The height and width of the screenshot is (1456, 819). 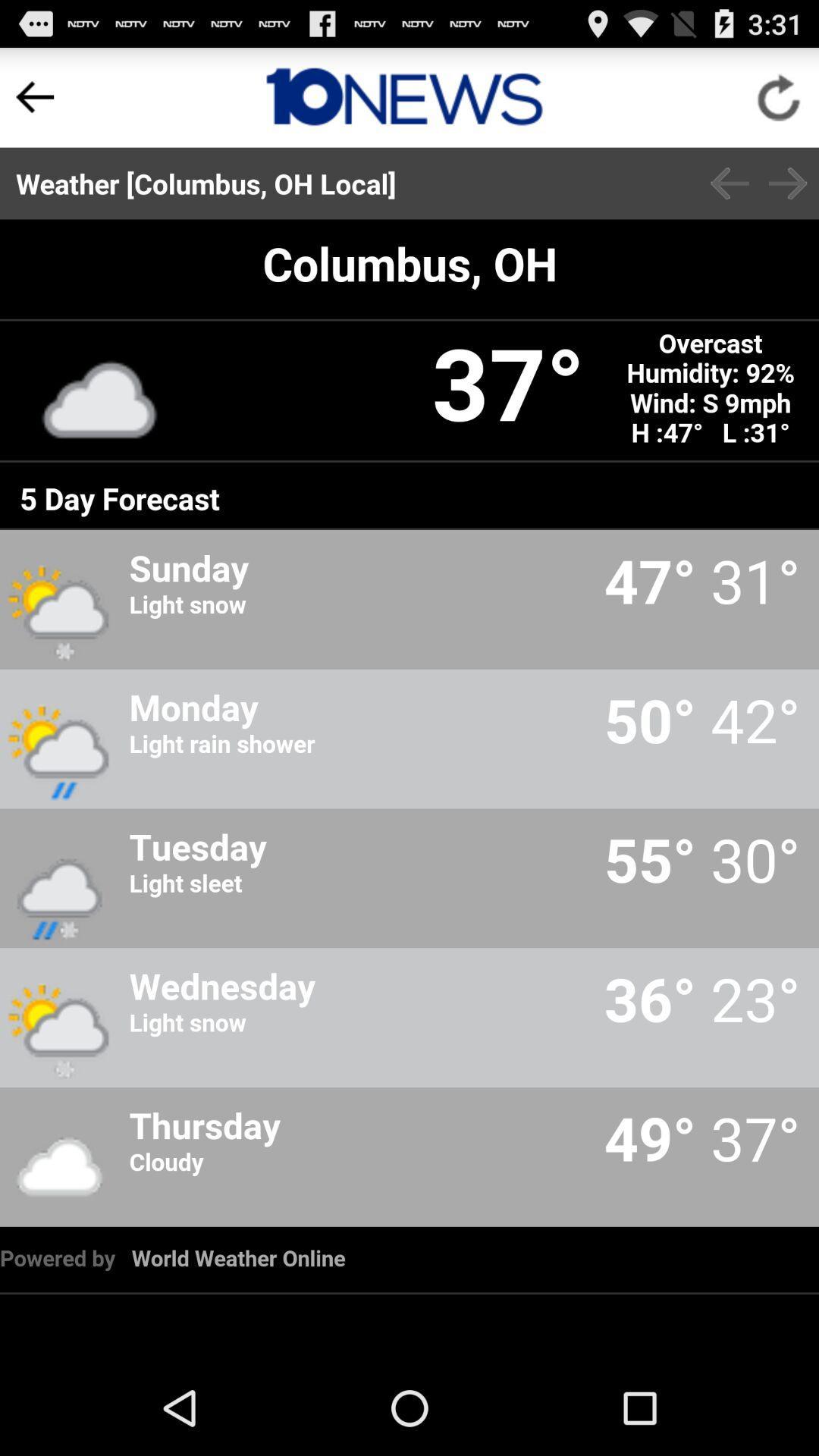 What do you see at coordinates (787, 183) in the screenshot?
I see `back` at bounding box center [787, 183].